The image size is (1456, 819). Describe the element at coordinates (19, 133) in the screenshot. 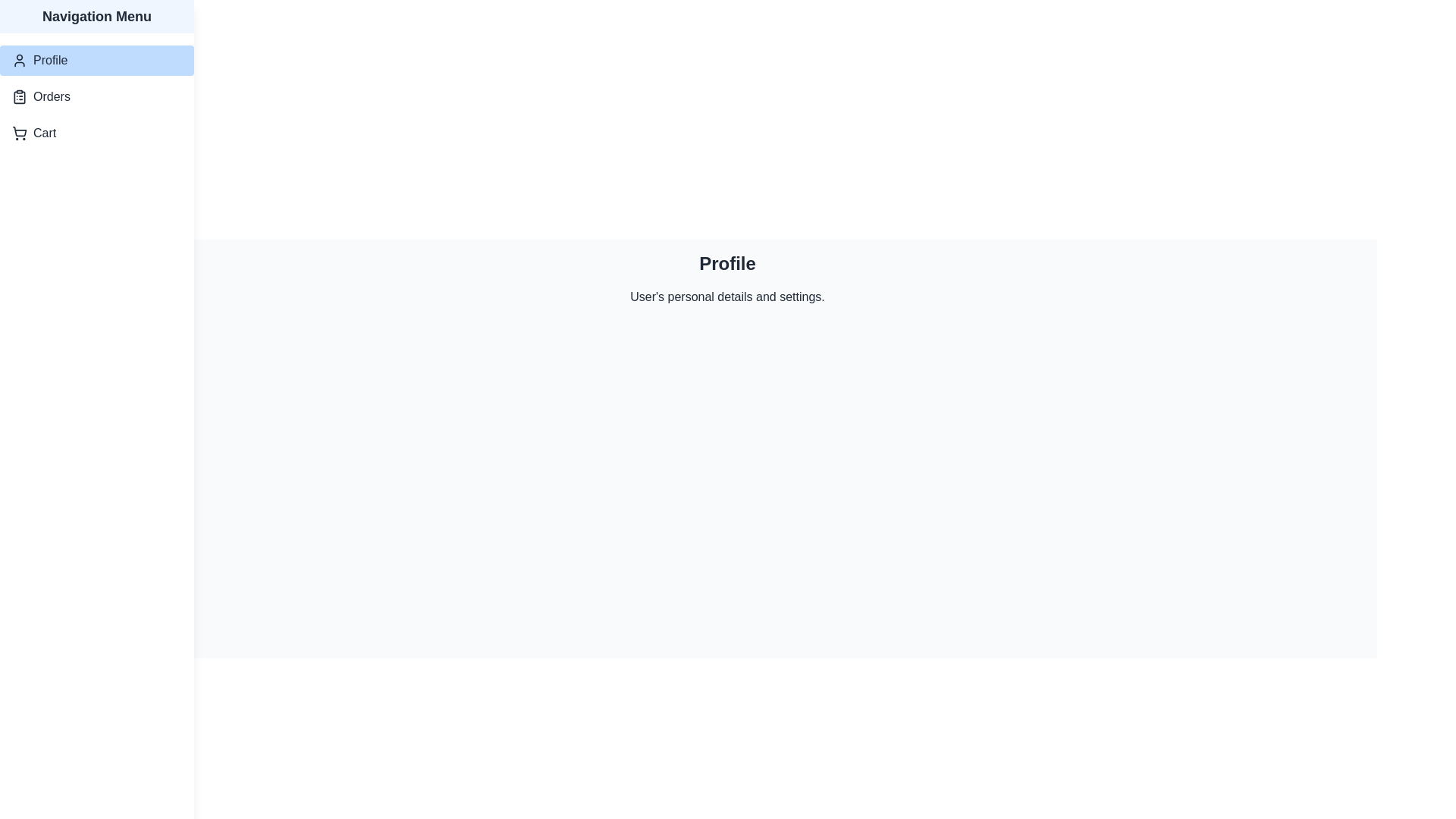

I see `the shopping cart icon located in the navigation menu, positioned immediately to the left of the 'Cart' text label` at that location.